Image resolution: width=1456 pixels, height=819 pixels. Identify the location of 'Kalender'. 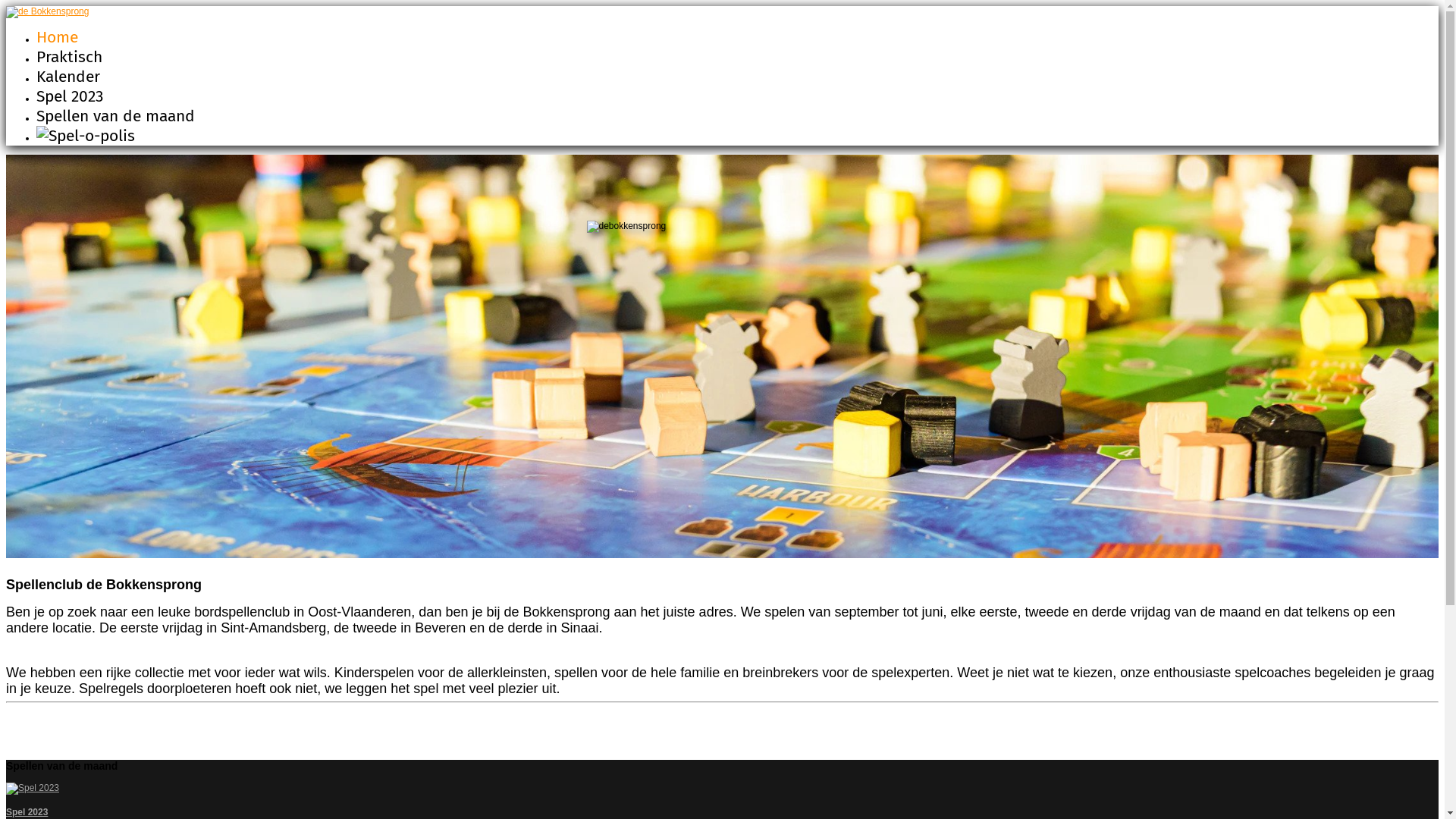
(67, 76).